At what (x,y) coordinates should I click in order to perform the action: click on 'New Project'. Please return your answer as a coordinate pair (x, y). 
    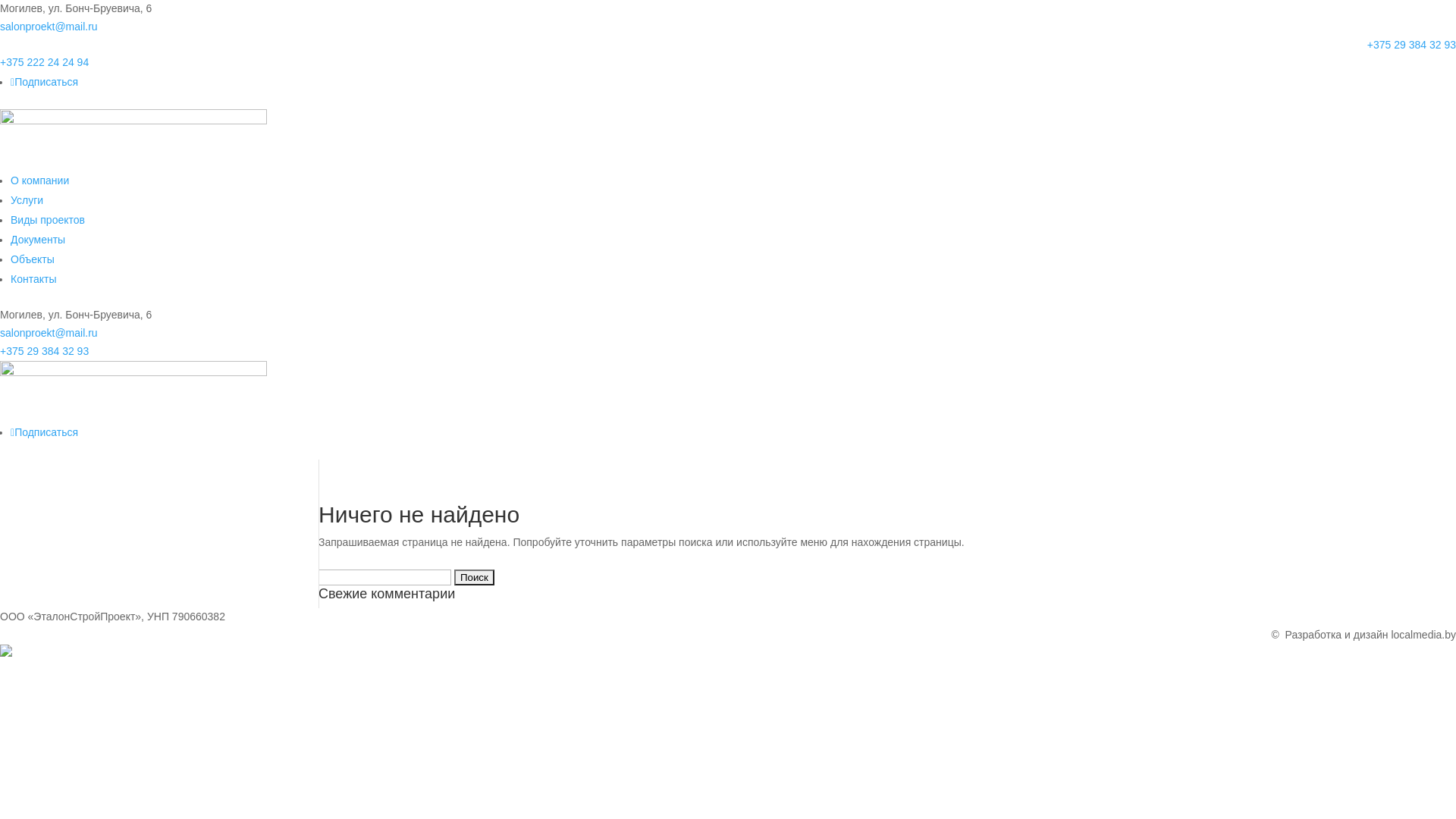
    Looking at the image, I should click on (133, 391).